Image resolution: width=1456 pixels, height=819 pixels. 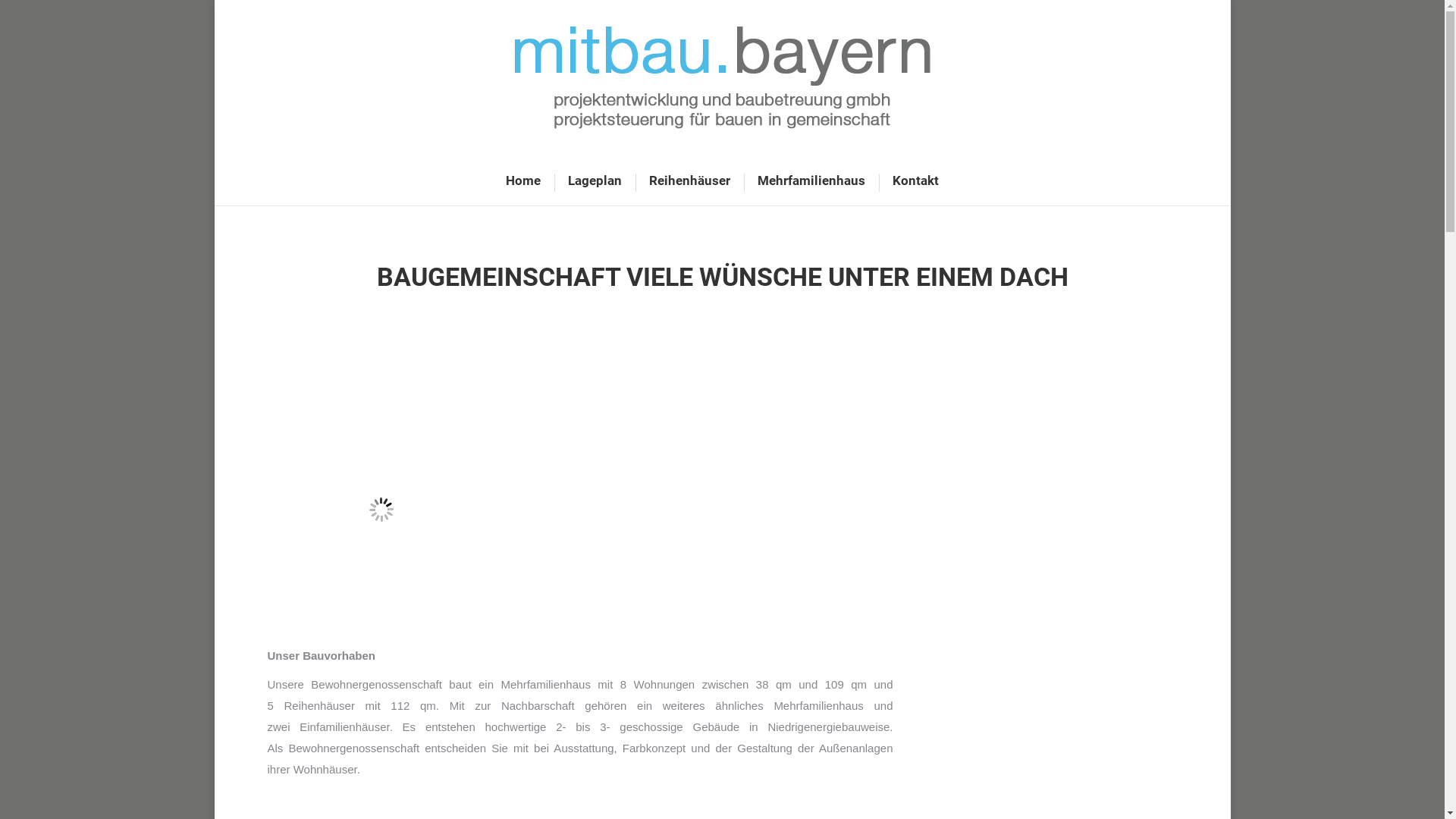 What do you see at coordinates (69, 14) in the screenshot?
I see `'Kommentar abschicken'` at bounding box center [69, 14].